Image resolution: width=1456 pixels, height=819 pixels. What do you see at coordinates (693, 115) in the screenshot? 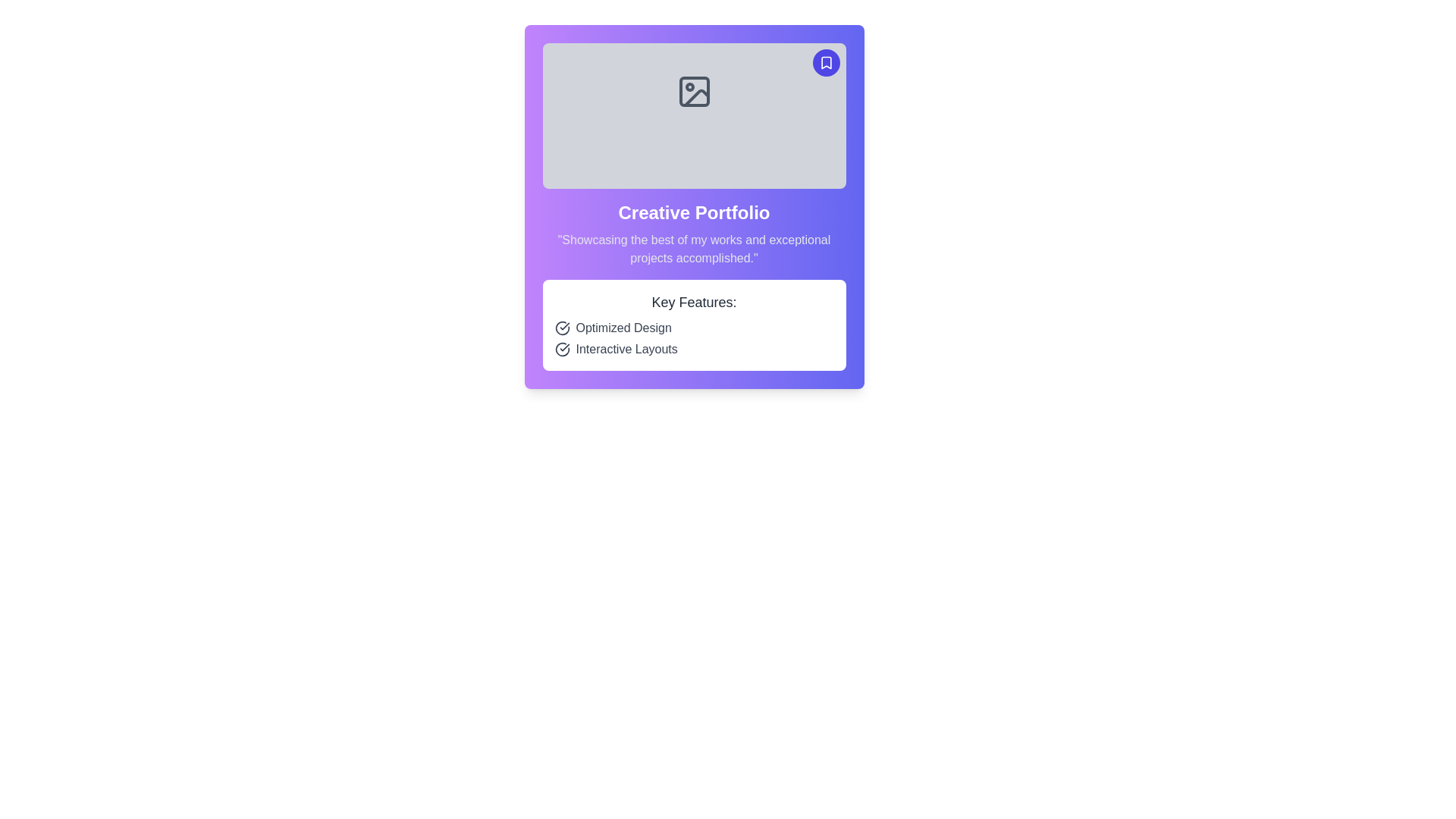
I see `the Image Placeholder element, which is centrally located in the upper half of the card layout and spans edge-to-edge horizontally above the 'Creative Portfolio' section` at bounding box center [693, 115].